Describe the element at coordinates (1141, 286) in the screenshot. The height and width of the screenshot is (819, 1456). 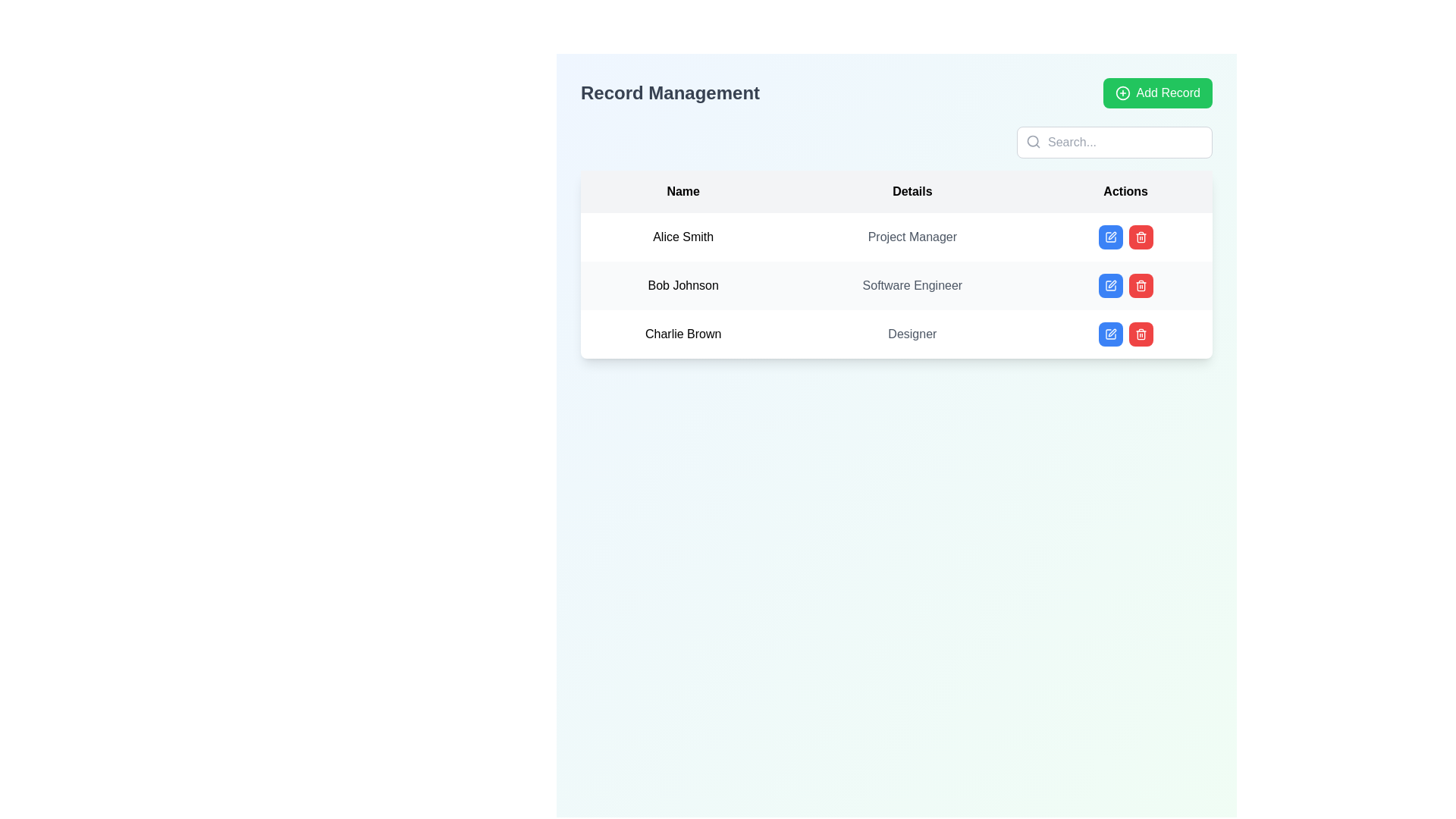
I see `the trash can icon button with a red background located in the 'Actions' column of the second row in the table` at that location.